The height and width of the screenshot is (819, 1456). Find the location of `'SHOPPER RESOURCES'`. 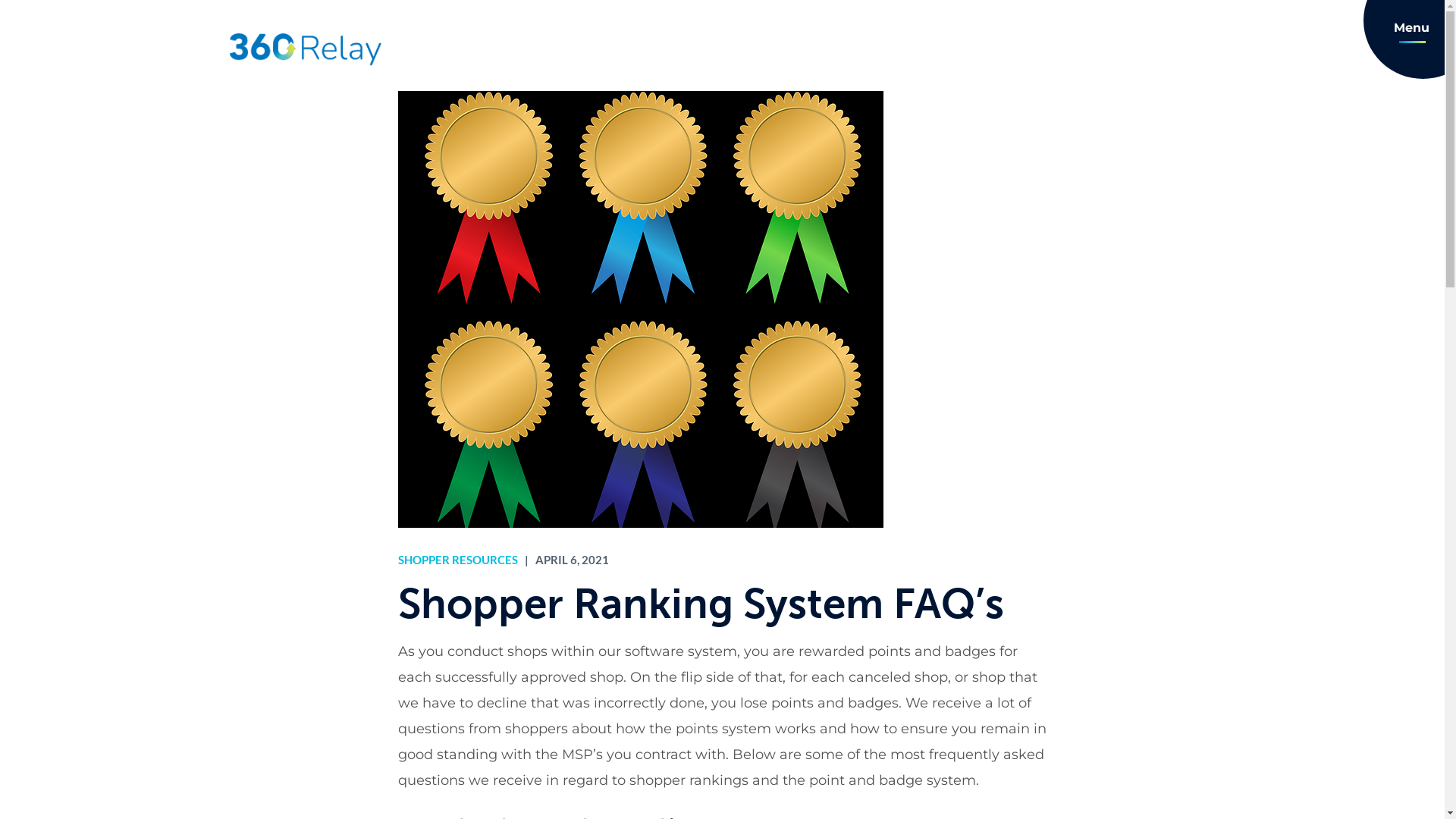

'SHOPPER RESOURCES' is located at coordinates (397, 559).